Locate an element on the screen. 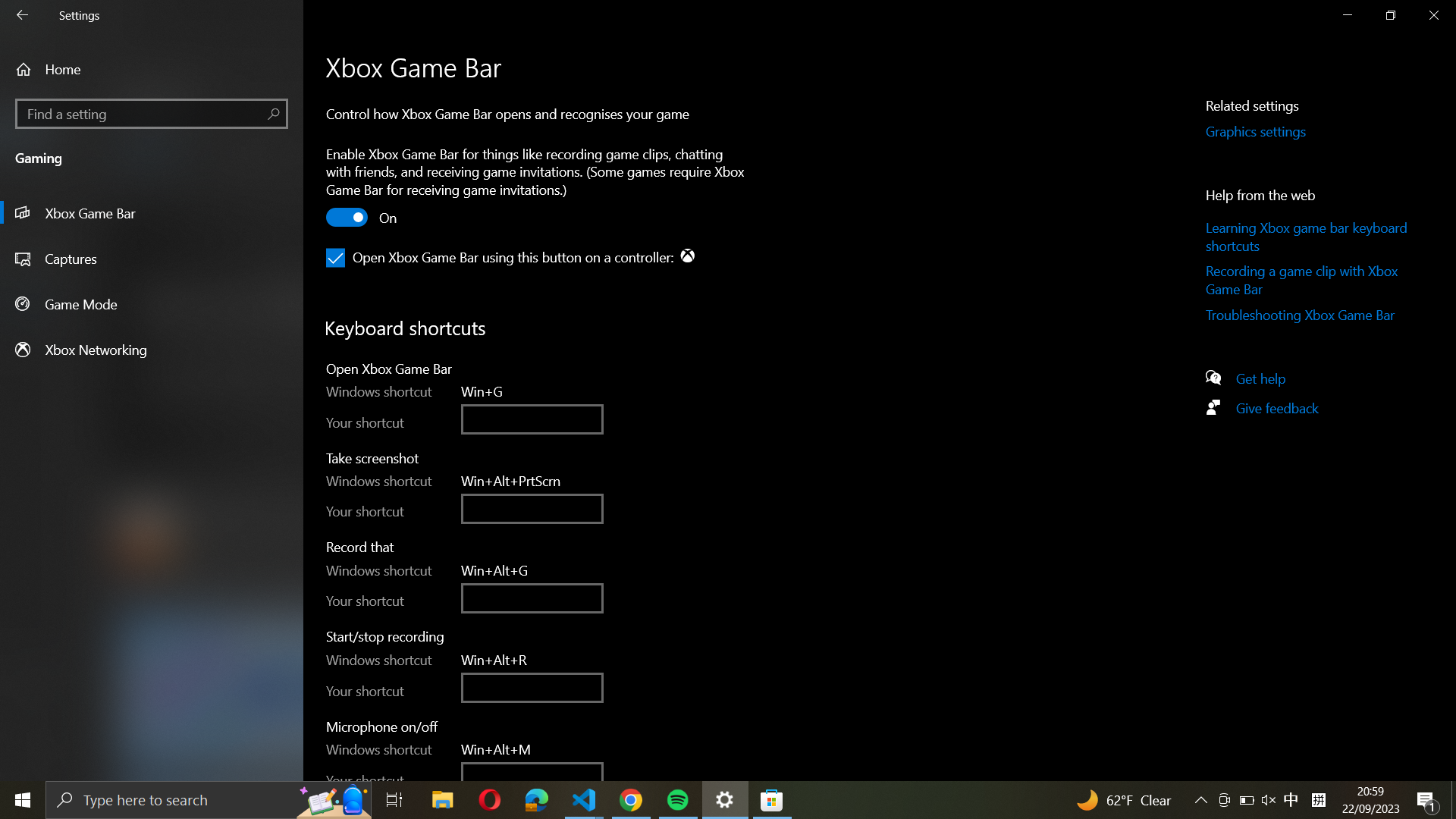 The height and width of the screenshot is (819, 1456). the Home section of the settings via the house icon is located at coordinates (152, 69).